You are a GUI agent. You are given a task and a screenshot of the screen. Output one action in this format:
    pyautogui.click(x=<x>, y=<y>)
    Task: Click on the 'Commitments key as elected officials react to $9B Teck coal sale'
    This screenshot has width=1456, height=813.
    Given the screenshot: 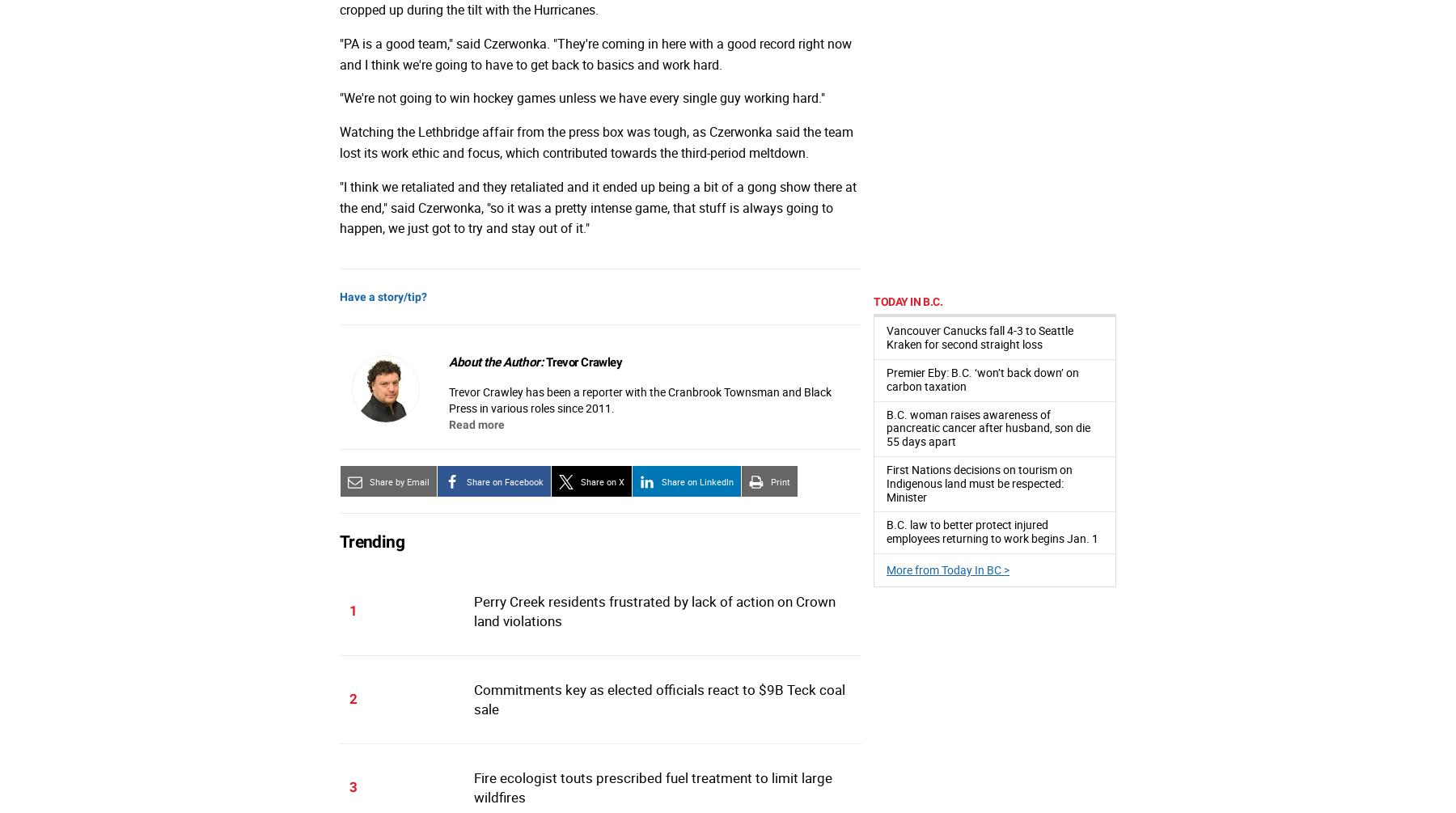 What is the action you would take?
    pyautogui.click(x=658, y=698)
    